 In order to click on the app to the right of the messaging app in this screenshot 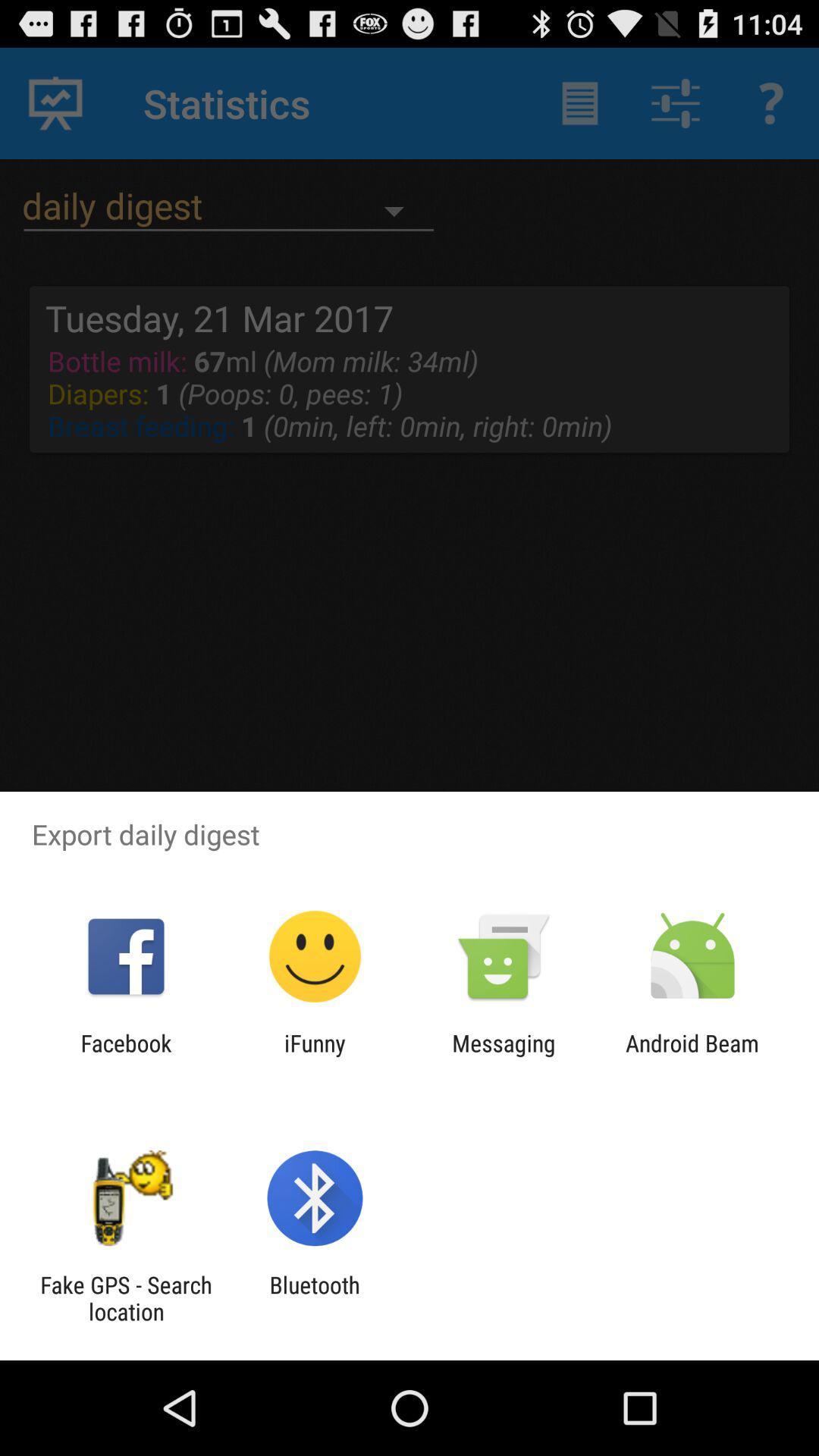, I will do `click(692, 1056)`.